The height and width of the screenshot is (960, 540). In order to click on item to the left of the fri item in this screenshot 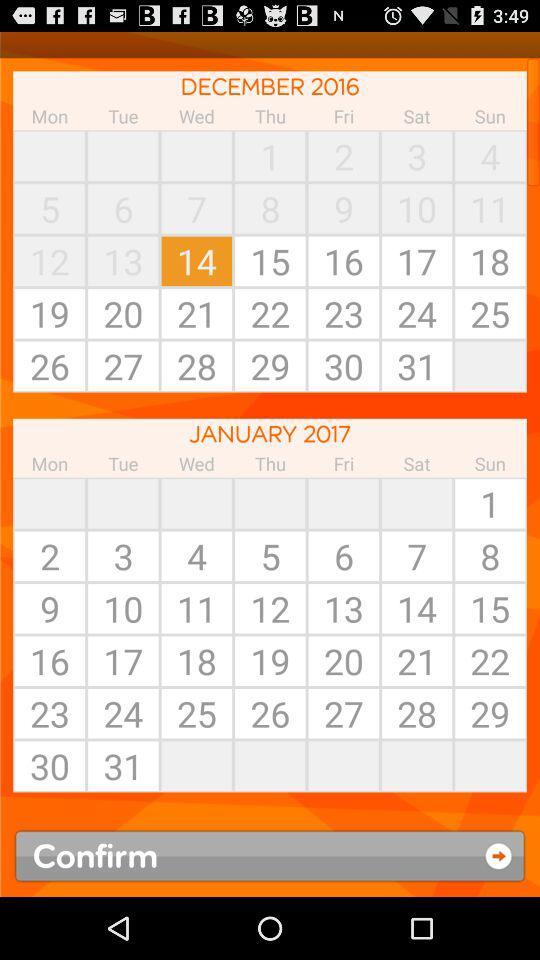, I will do `click(270, 502)`.